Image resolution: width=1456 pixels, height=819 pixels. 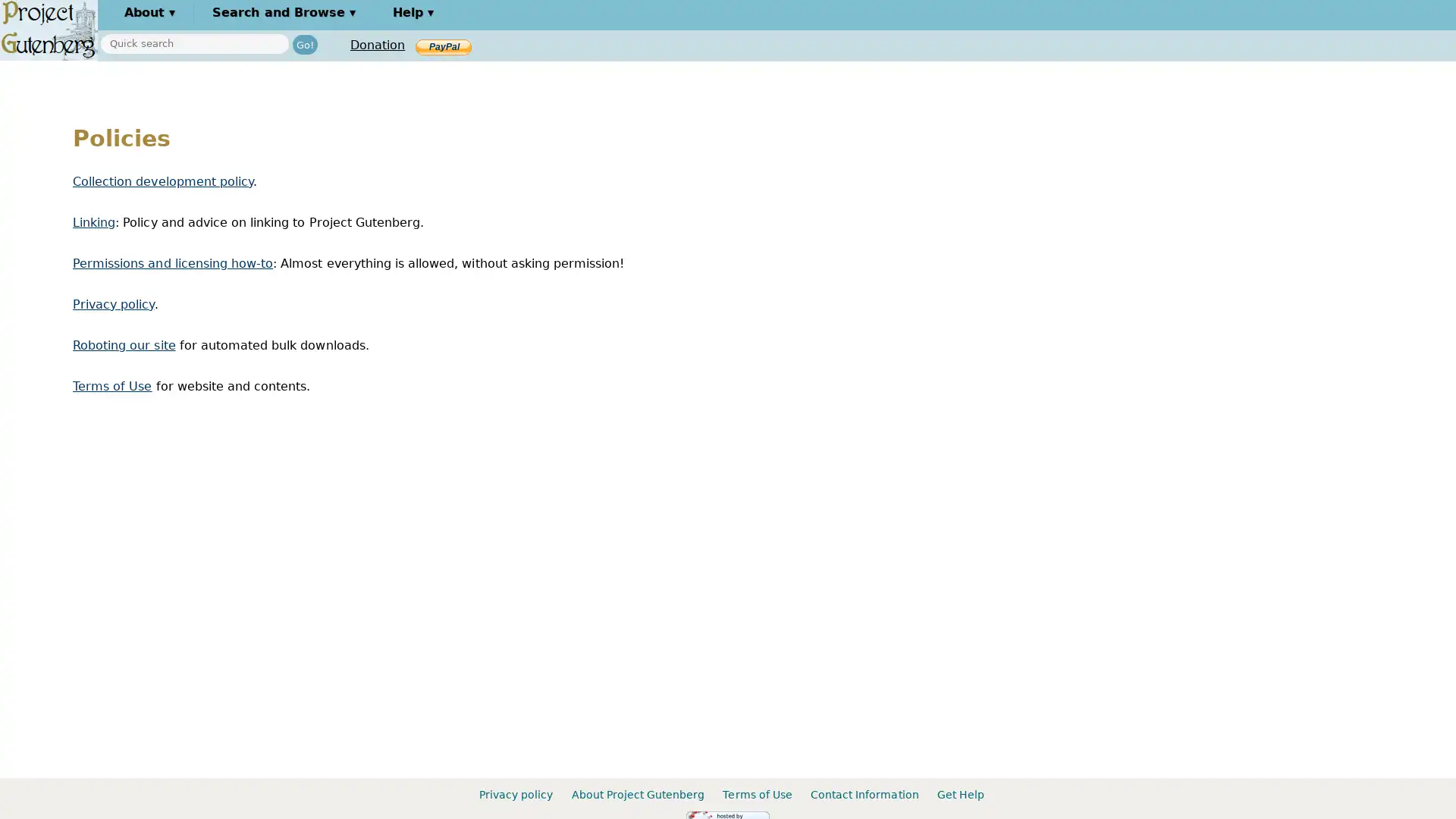 I want to click on Go!, so click(x=304, y=43).